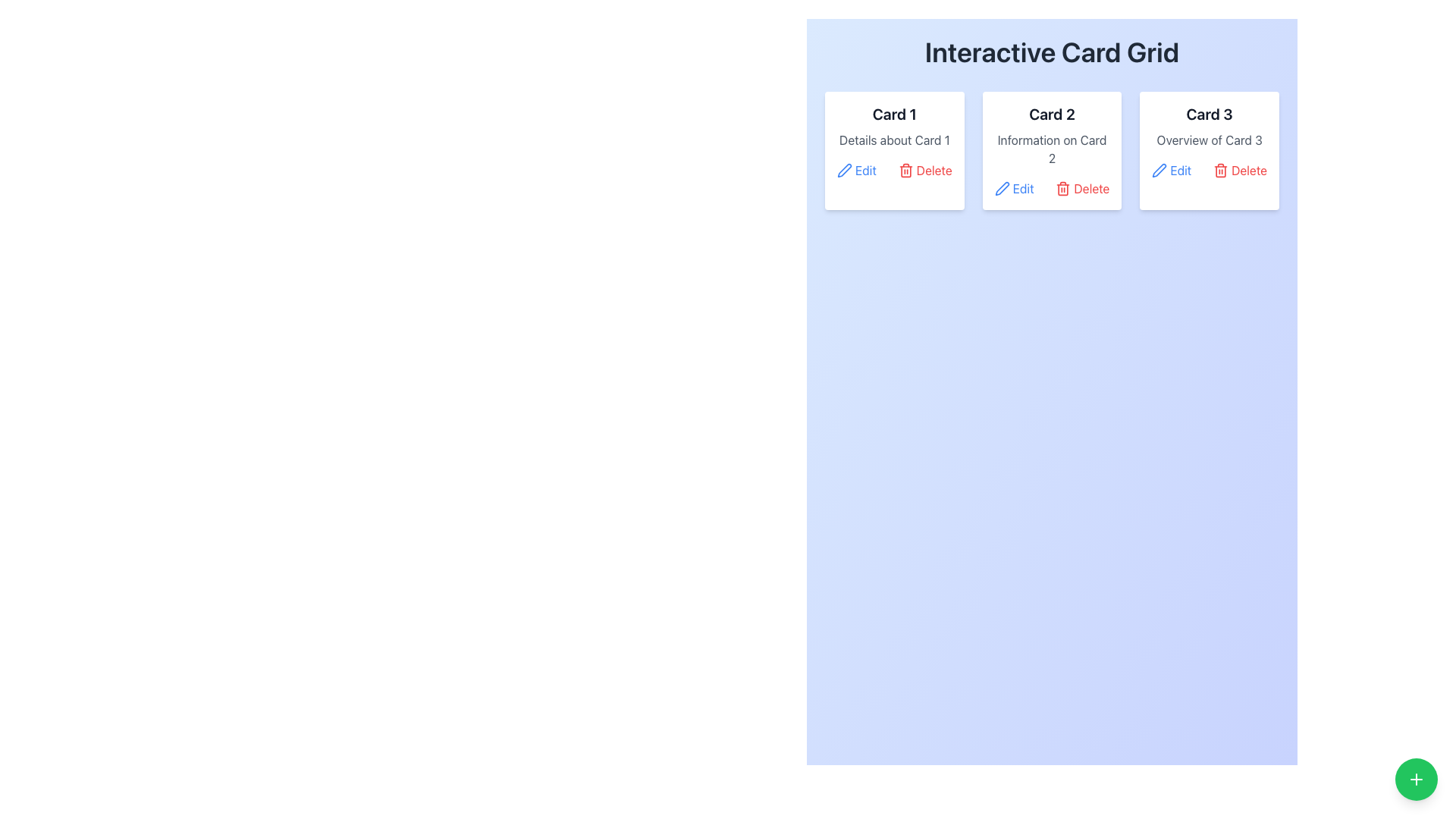  Describe the element at coordinates (1023, 188) in the screenshot. I see `the hyperlink or interactive text component located at the bottom left corner of the second card to initiate editing` at that location.